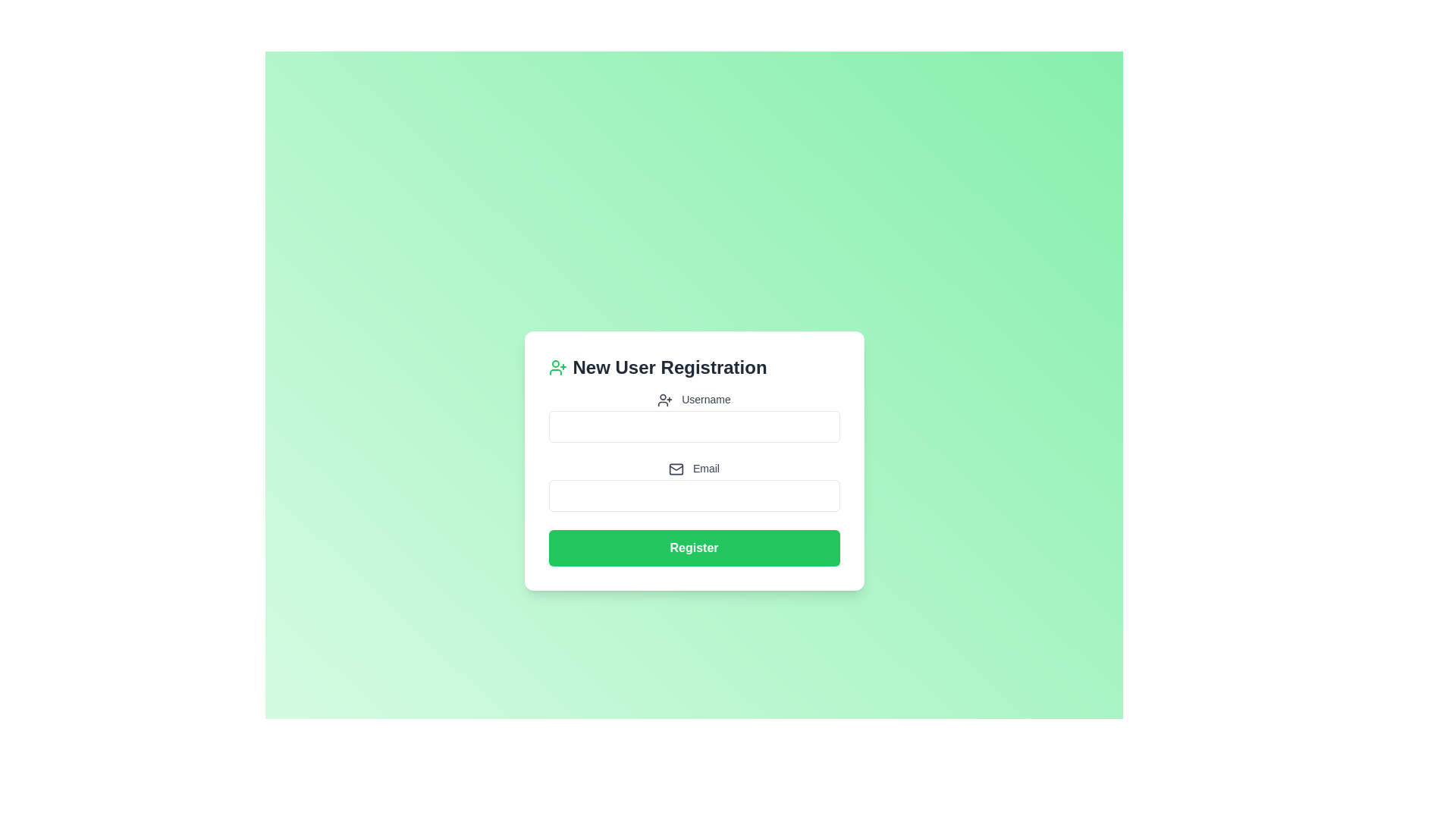 The image size is (1456, 819). What do you see at coordinates (693, 367) in the screenshot?
I see `text of the heading element located at the top of the registration form, which serves as the title guiding users on the purpose of the interface` at bounding box center [693, 367].